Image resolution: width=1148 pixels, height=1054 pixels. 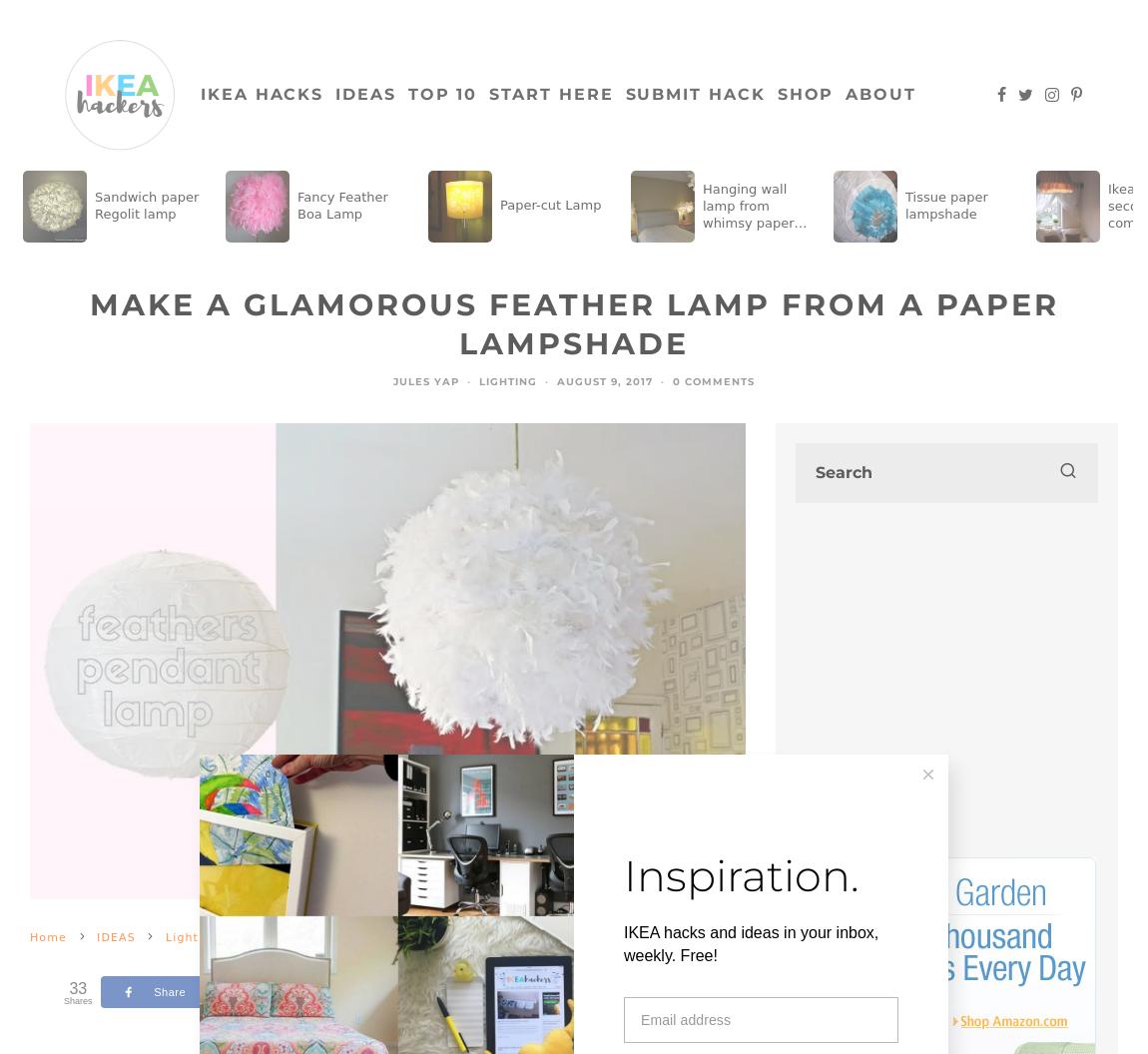 What do you see at coordinates (88, 322) in the screenshot?
I see `'Make a glamorous feather lamp from a paper lampshade'` at bounding box center [88, 322].